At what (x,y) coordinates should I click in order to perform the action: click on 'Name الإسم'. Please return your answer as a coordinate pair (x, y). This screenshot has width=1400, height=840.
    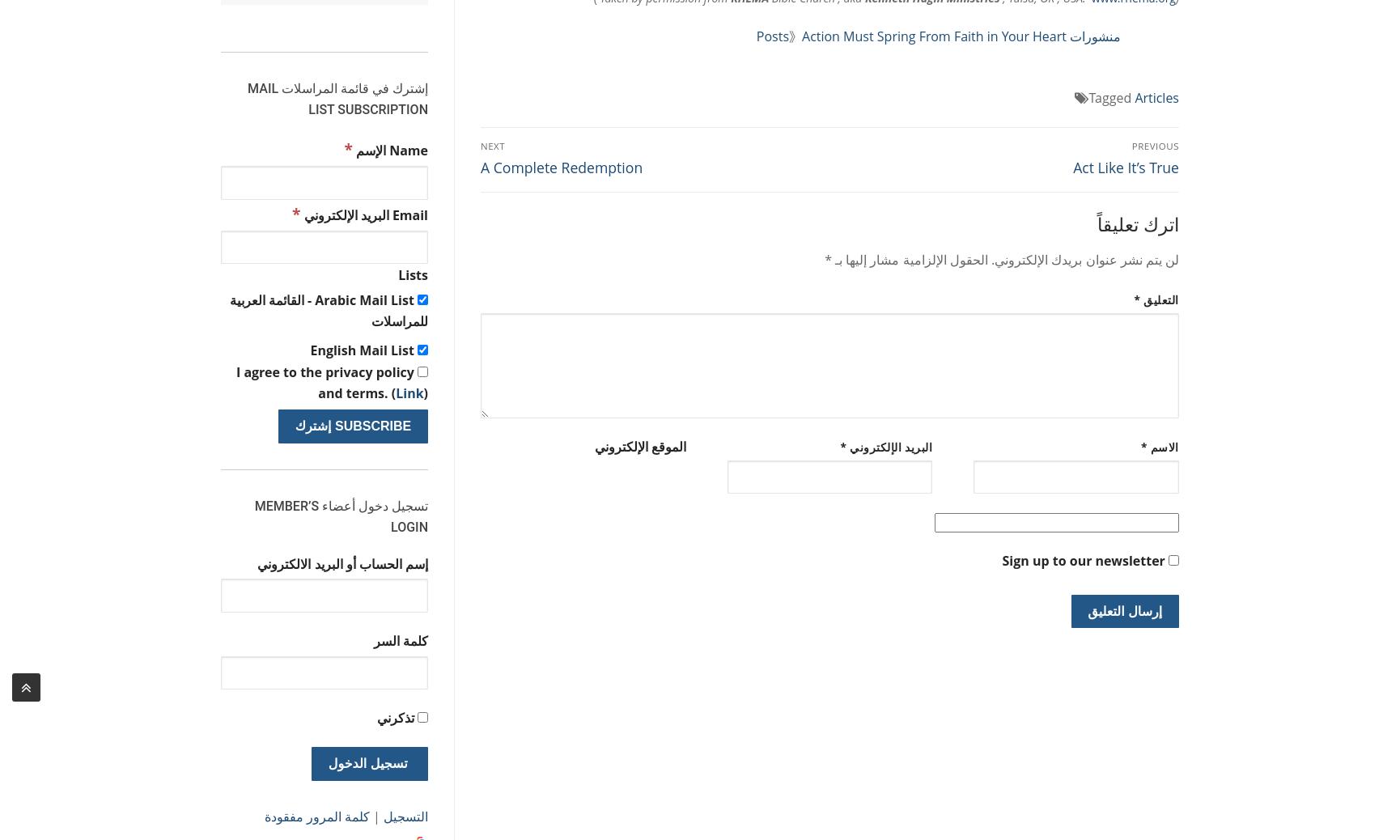
    Looking at the image, I should click on (350, 150).